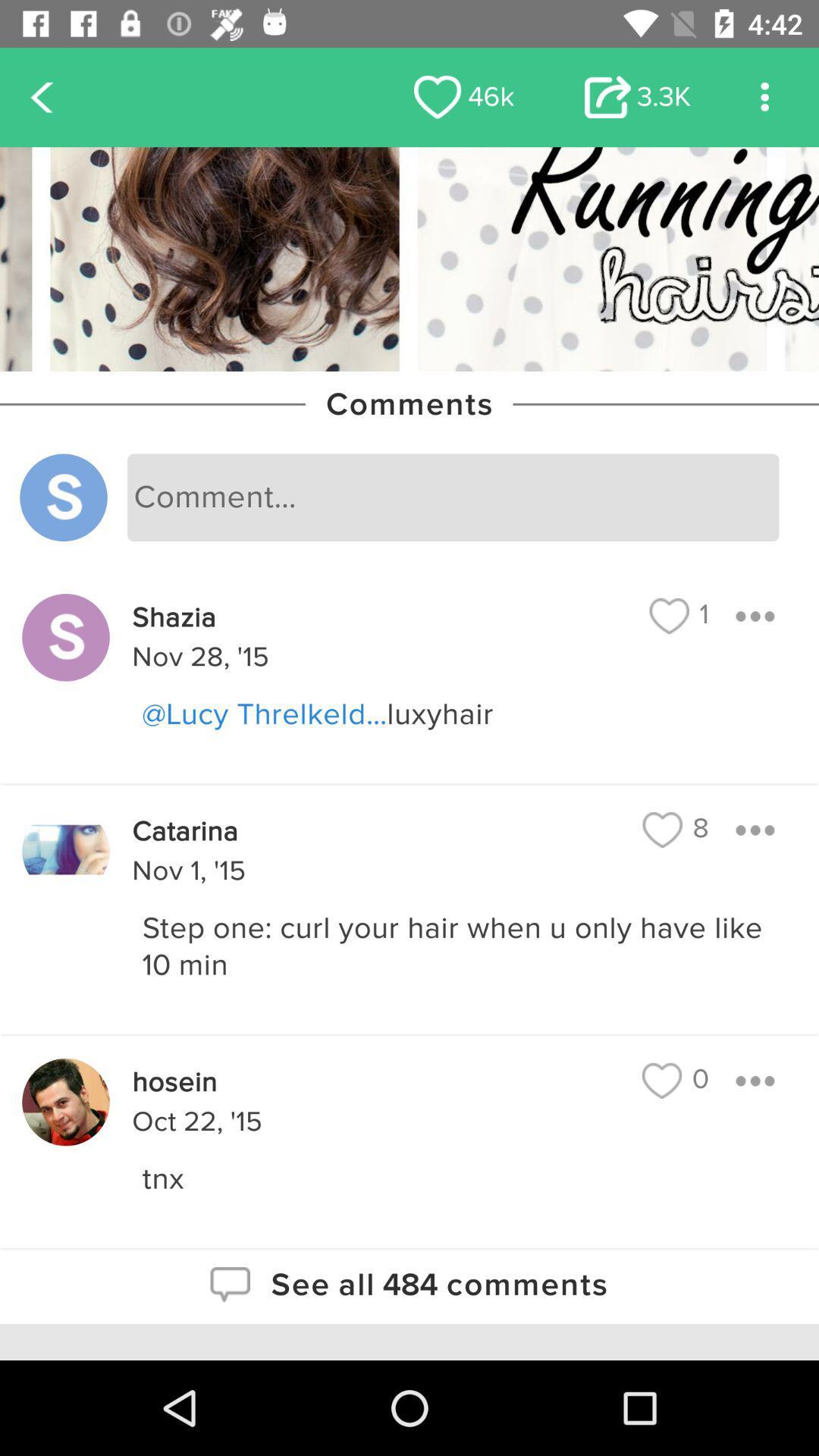  Describe the element at coordinates (463, 96) in the screenshot. I see `the 46k item` at that location.